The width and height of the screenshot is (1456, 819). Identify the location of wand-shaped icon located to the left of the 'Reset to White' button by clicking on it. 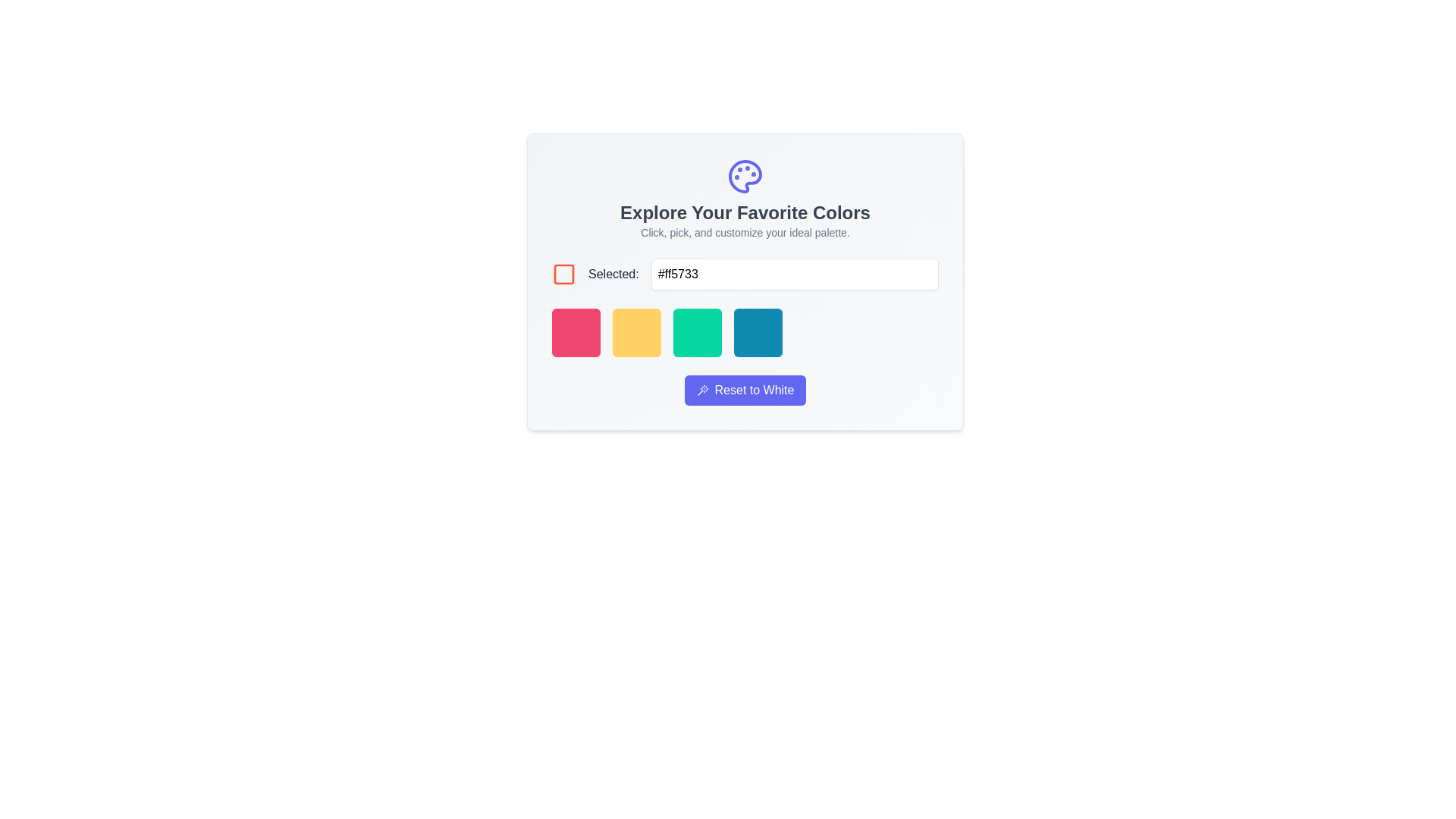
(701, 390).